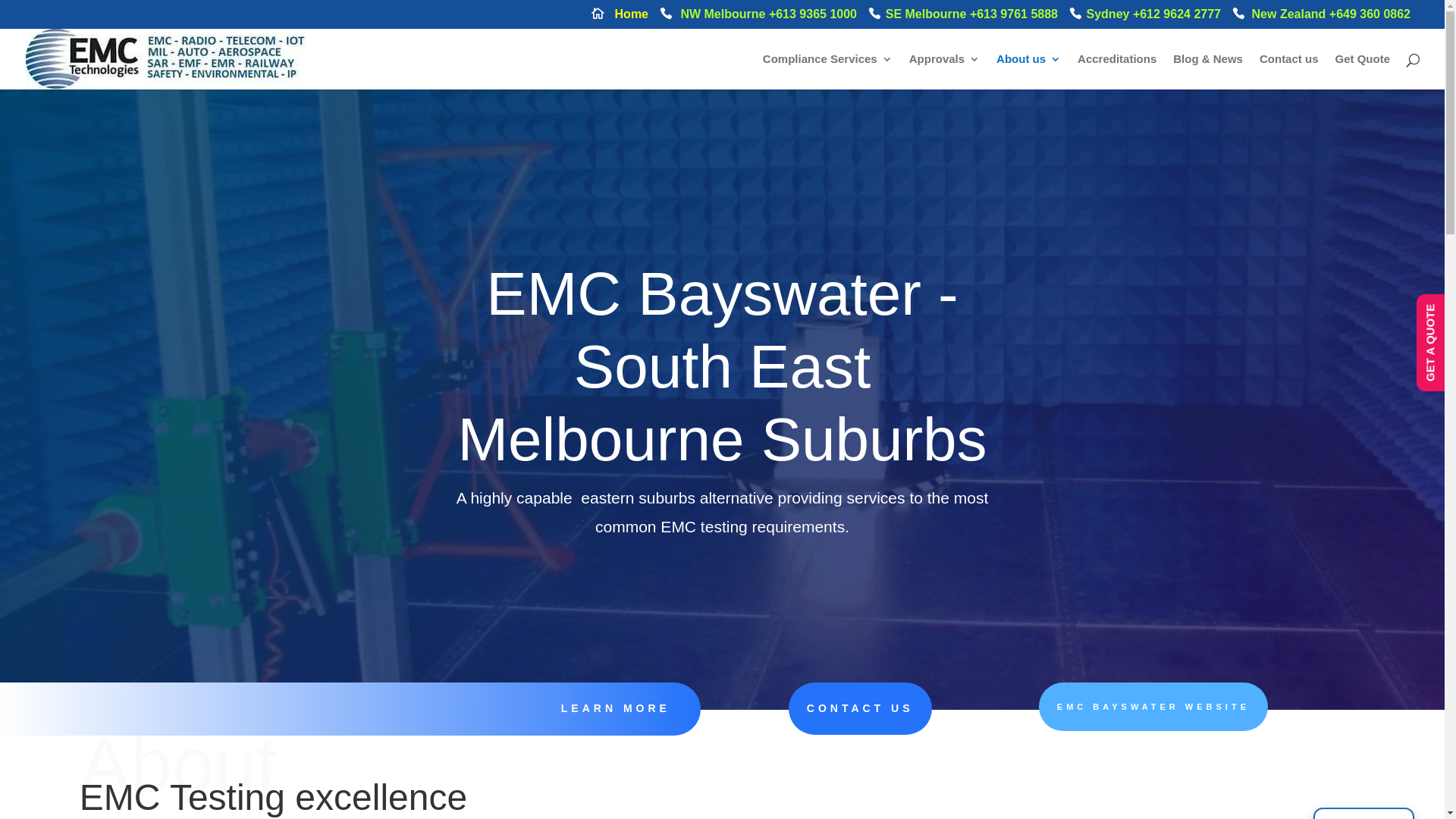 Image resolution: width=1456 pixels, height=819 pixels. Describe the element at coordinates (943, 71) in the screenshot. I see `'Approvals'` at that location.